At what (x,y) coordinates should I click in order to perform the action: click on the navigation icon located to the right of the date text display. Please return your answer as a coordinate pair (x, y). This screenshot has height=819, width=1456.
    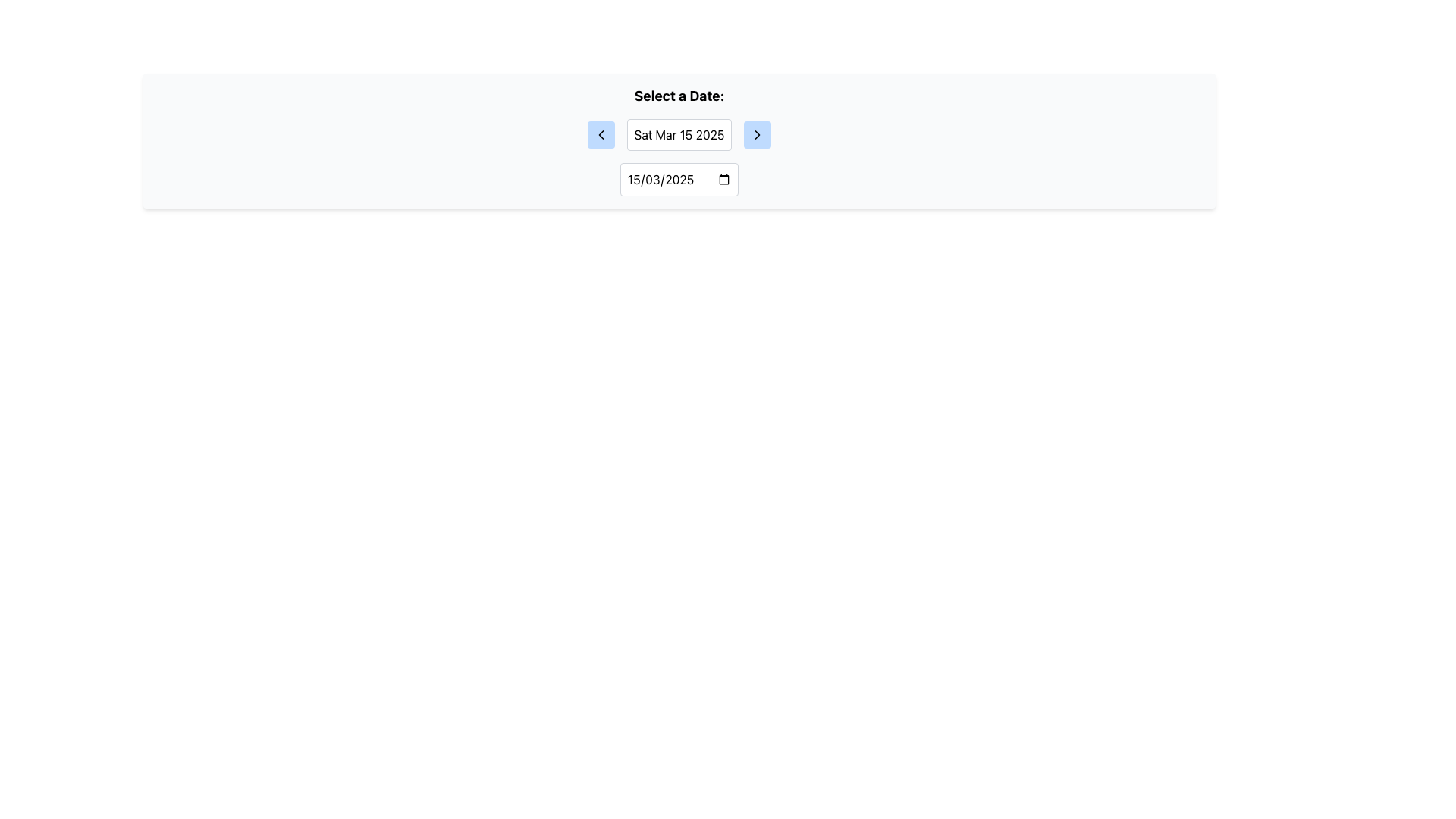
    Looking at the image, I should click on (757, 133).